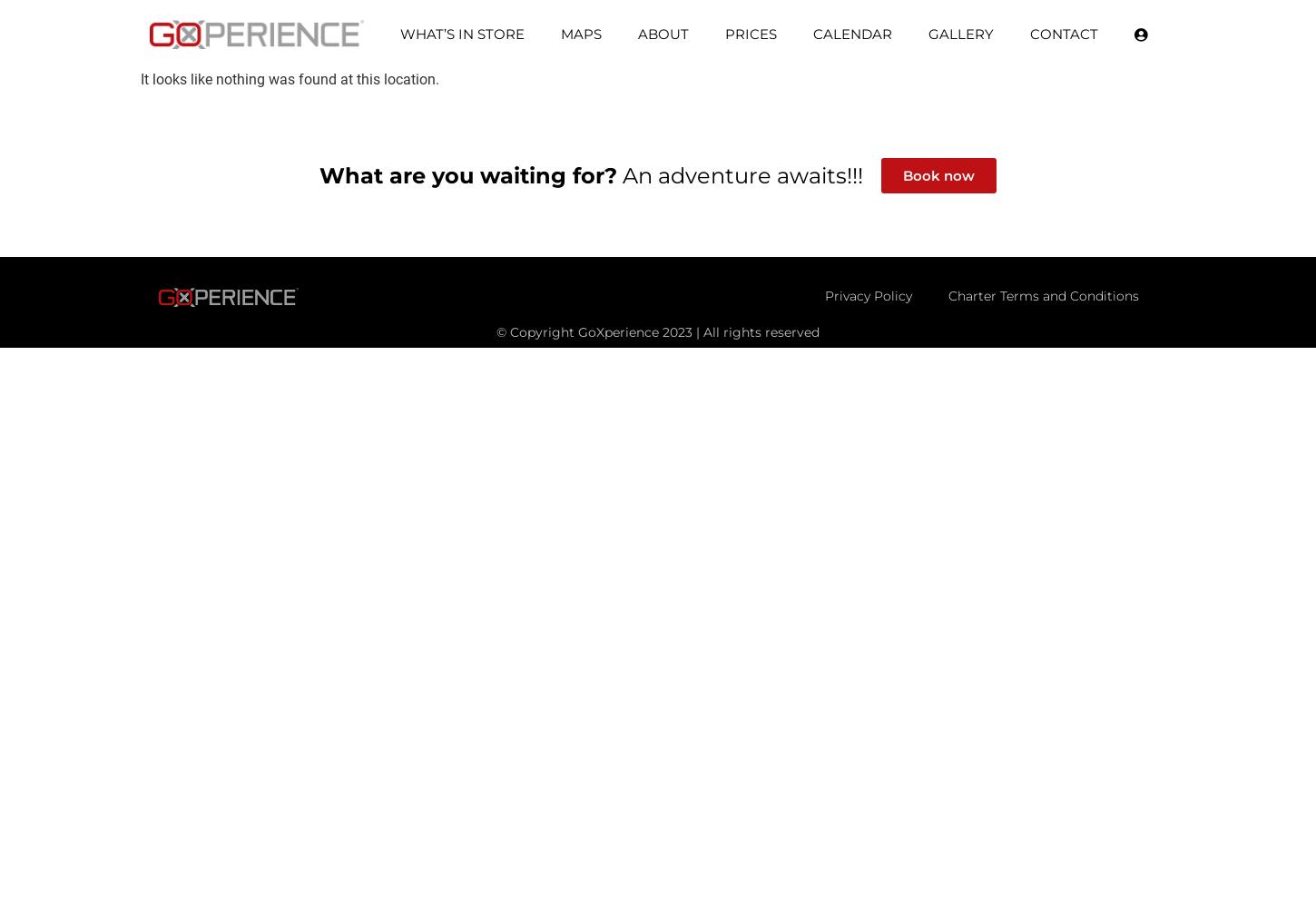 This screenshot has height=908, width=1316. I want to click on 'Calendar', so click(850, 34).